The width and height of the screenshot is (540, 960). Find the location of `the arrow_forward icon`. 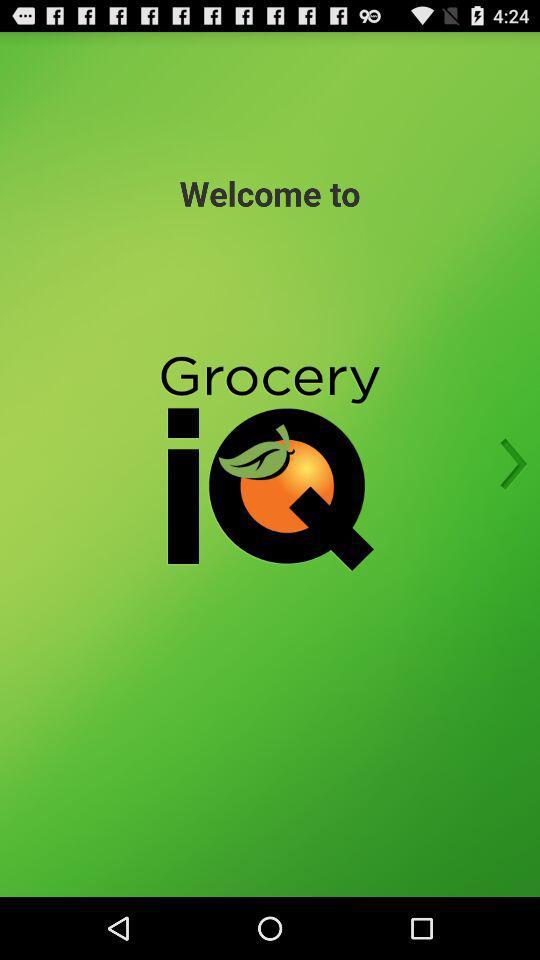

the arrow_forward icon is located at coordinates (507, 495).